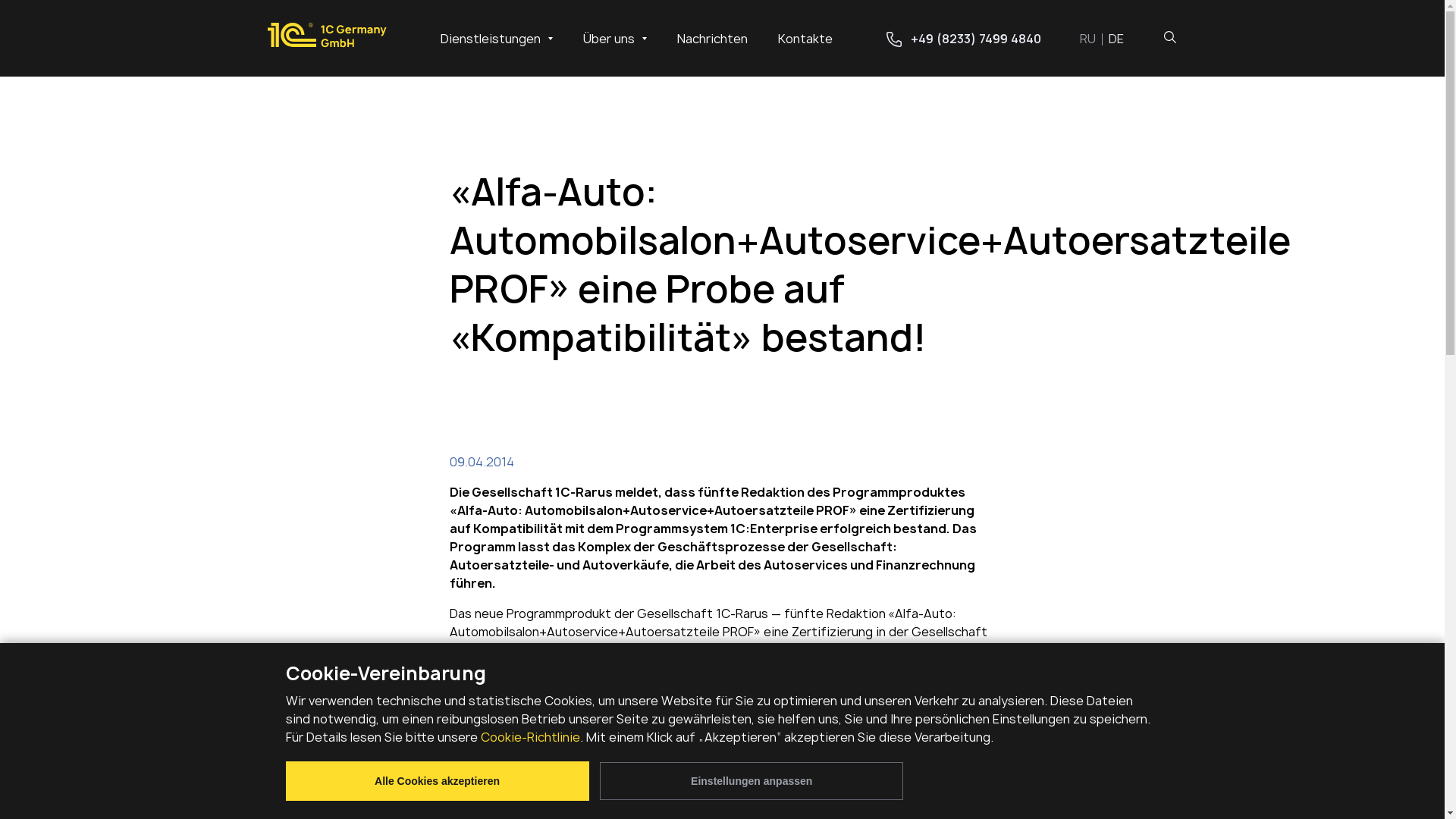 The height and width of the screenshot is (819, 1456). I want to click on 'Alle Cookies akzeptieren', so click(436, 780).